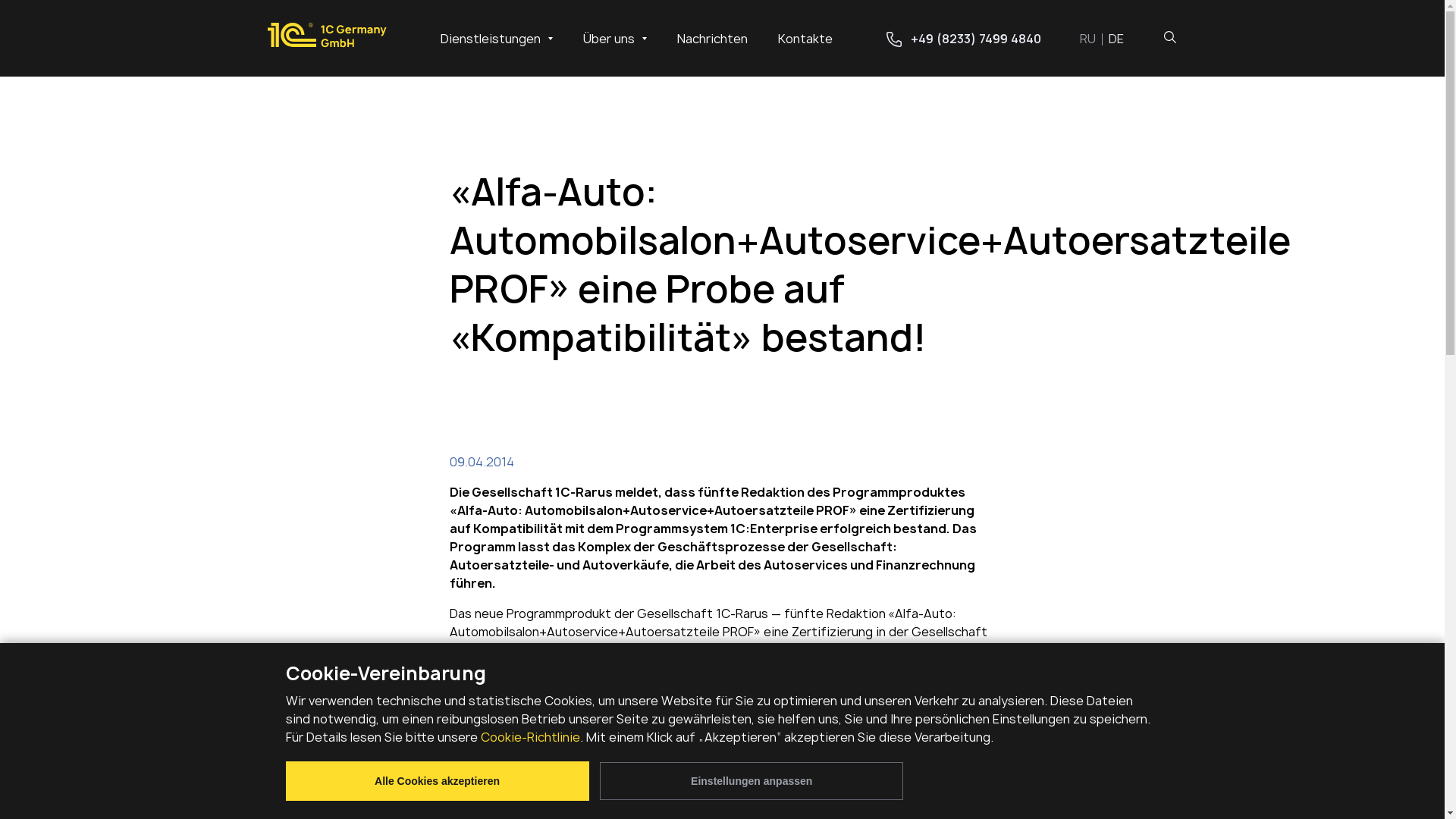 The height and width of the screenshot is (819, 1456). I want to click on 'Alle Cookies akzeptieren', so click(436, 780).